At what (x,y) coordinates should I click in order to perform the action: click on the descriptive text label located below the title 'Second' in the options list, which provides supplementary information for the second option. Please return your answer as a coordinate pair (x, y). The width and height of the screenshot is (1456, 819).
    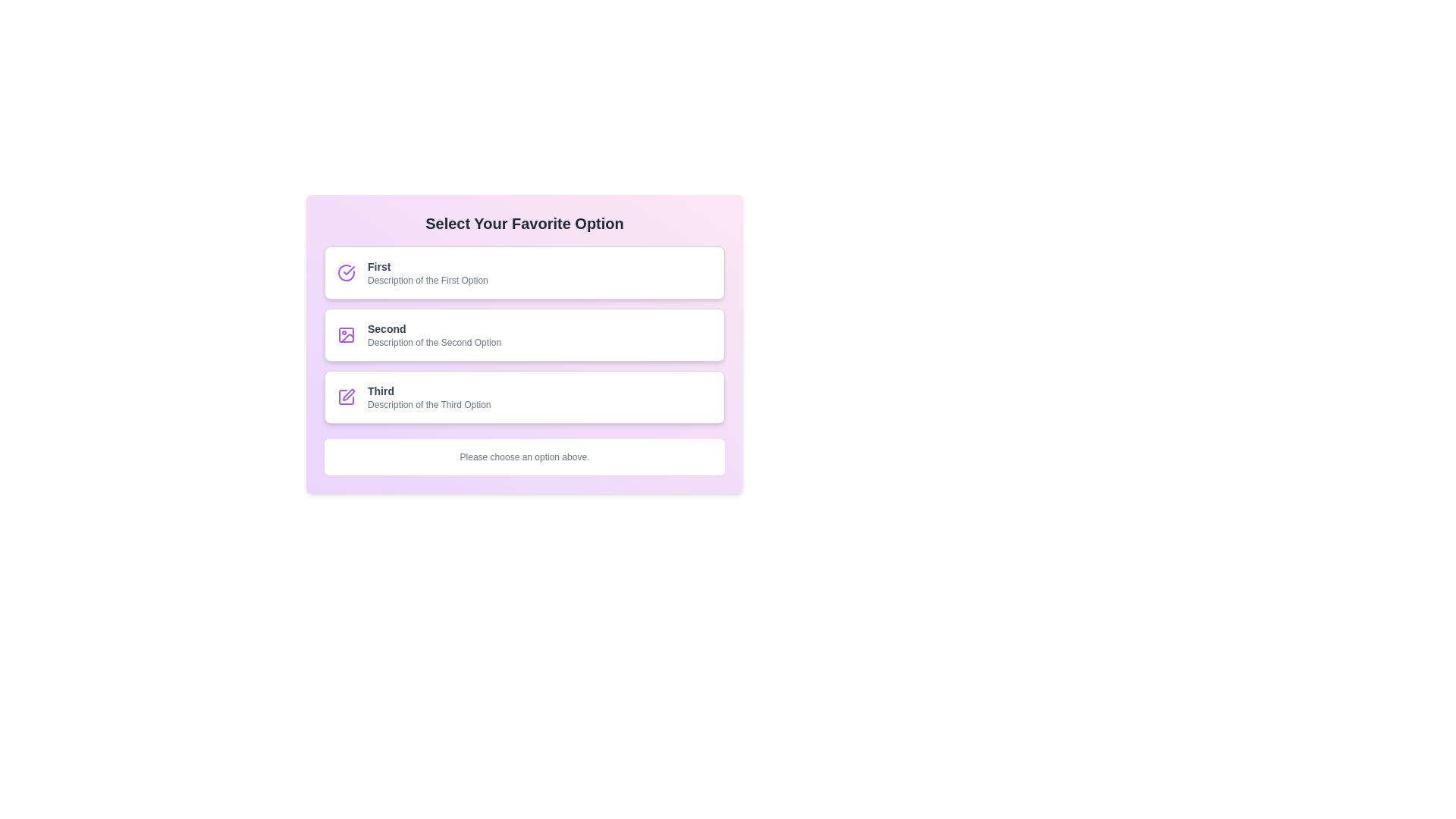
    Looking at the image, I should click on (434, 342).